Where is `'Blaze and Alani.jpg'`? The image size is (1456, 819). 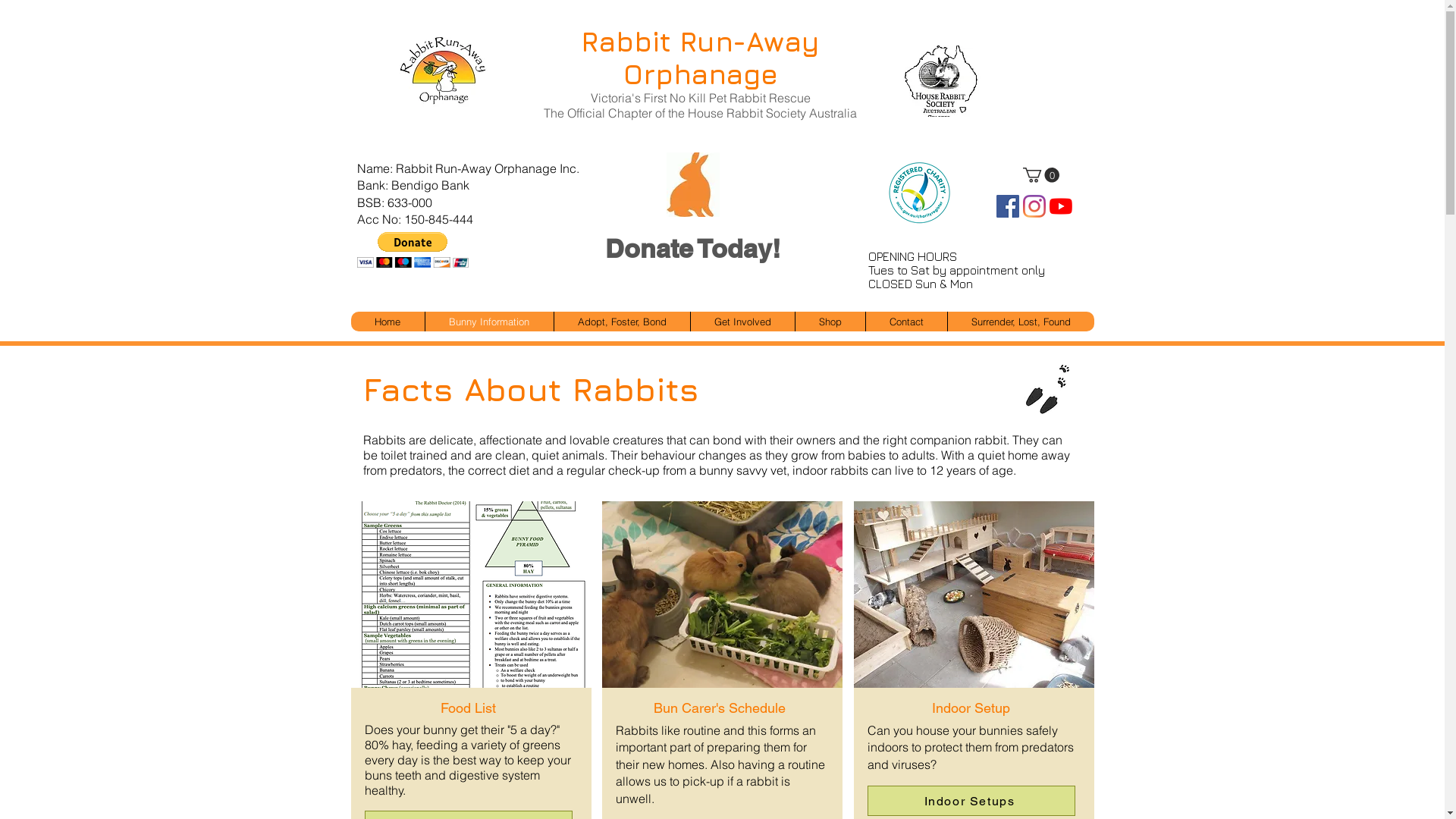 'Blaze and Alani.jpg' is located at coordinates (973, 587).